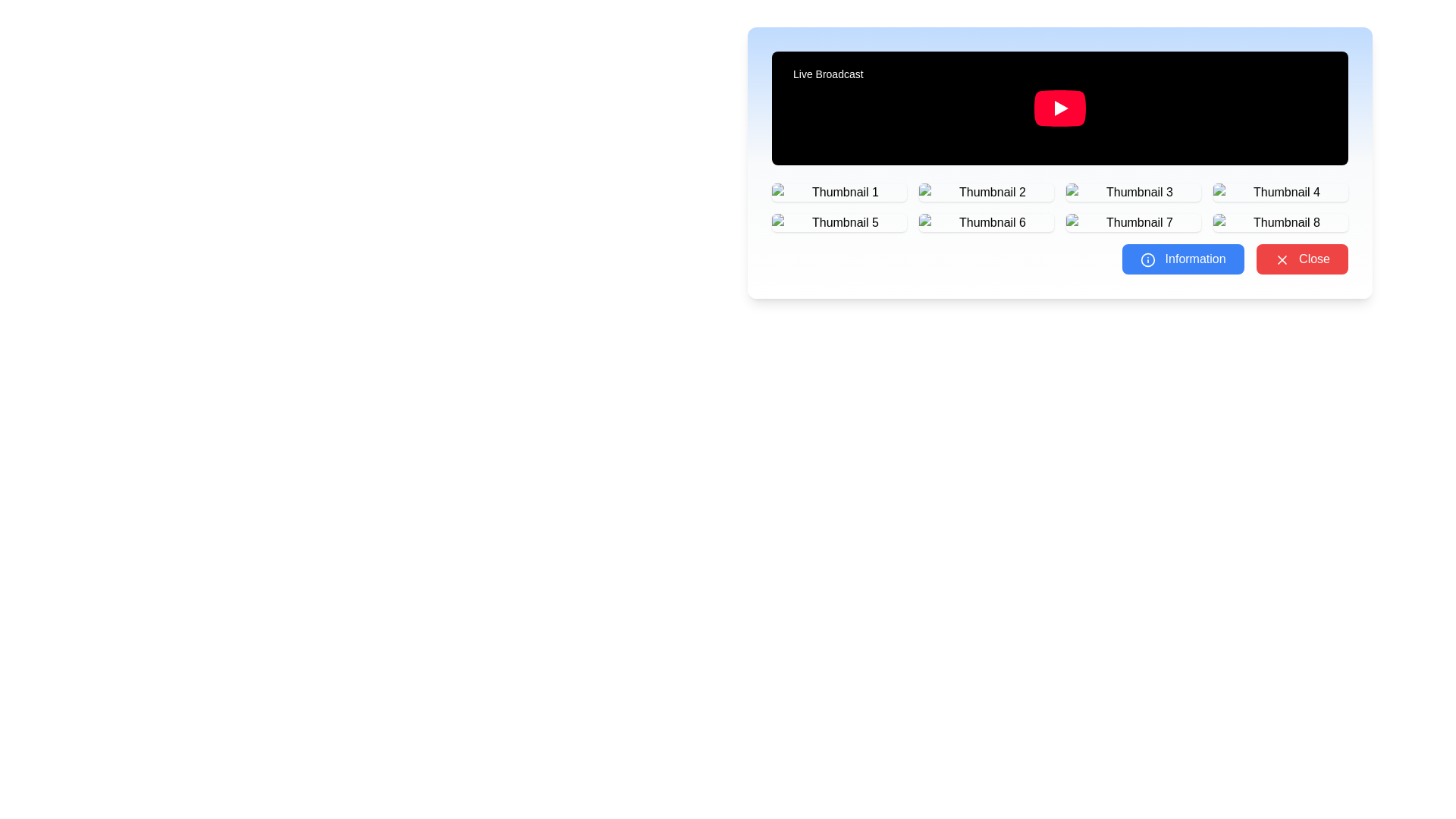 Image resolution: width=1456 pixels, height=819 pixels. What do you see at coordinates (1133, 222) in the screenshot?
I see `the image thumbnail located in the second row, third column of the grid layout` at bounding box center [1133, 222].